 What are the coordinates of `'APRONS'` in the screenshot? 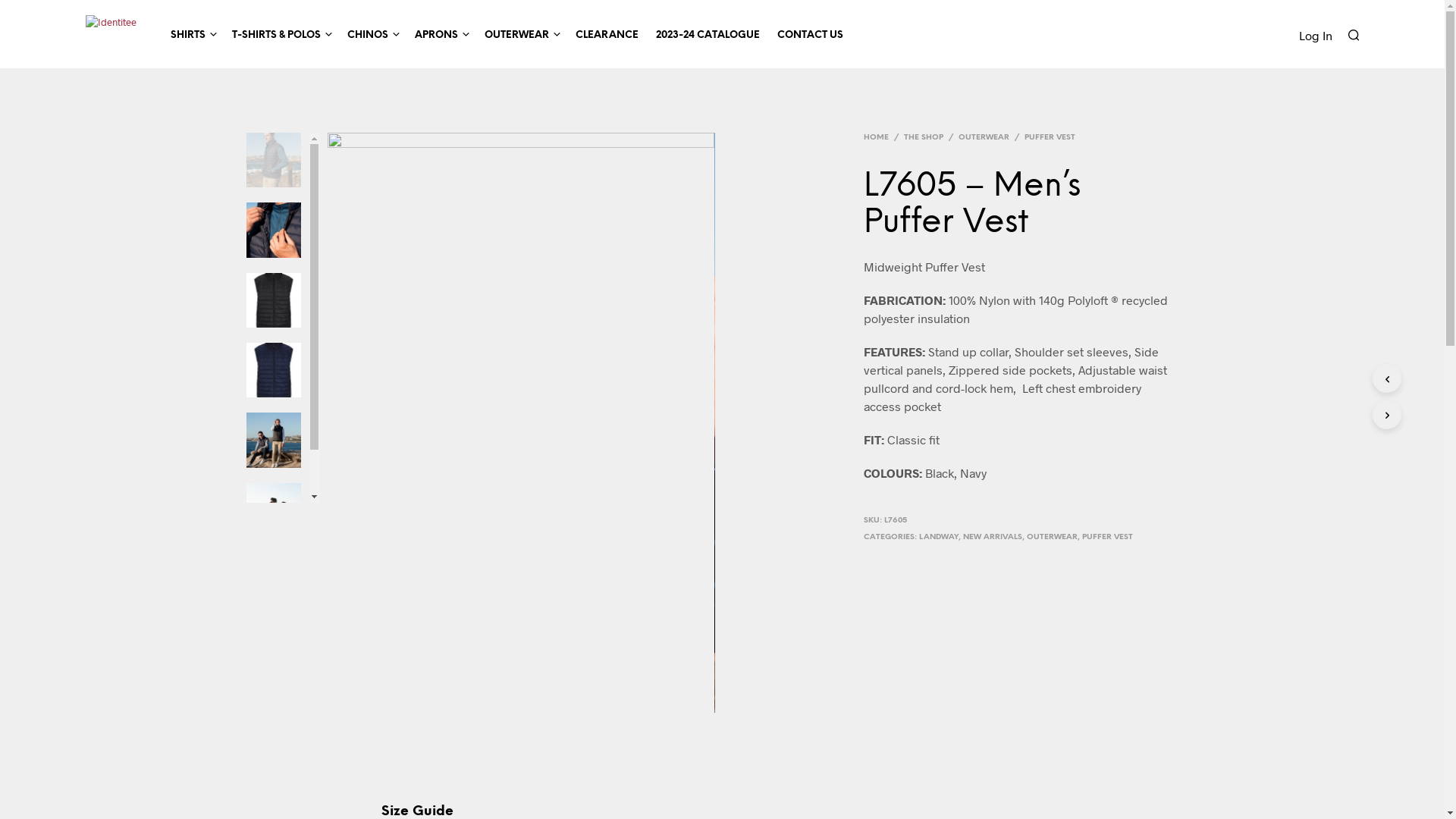 It's located at (435, 34).